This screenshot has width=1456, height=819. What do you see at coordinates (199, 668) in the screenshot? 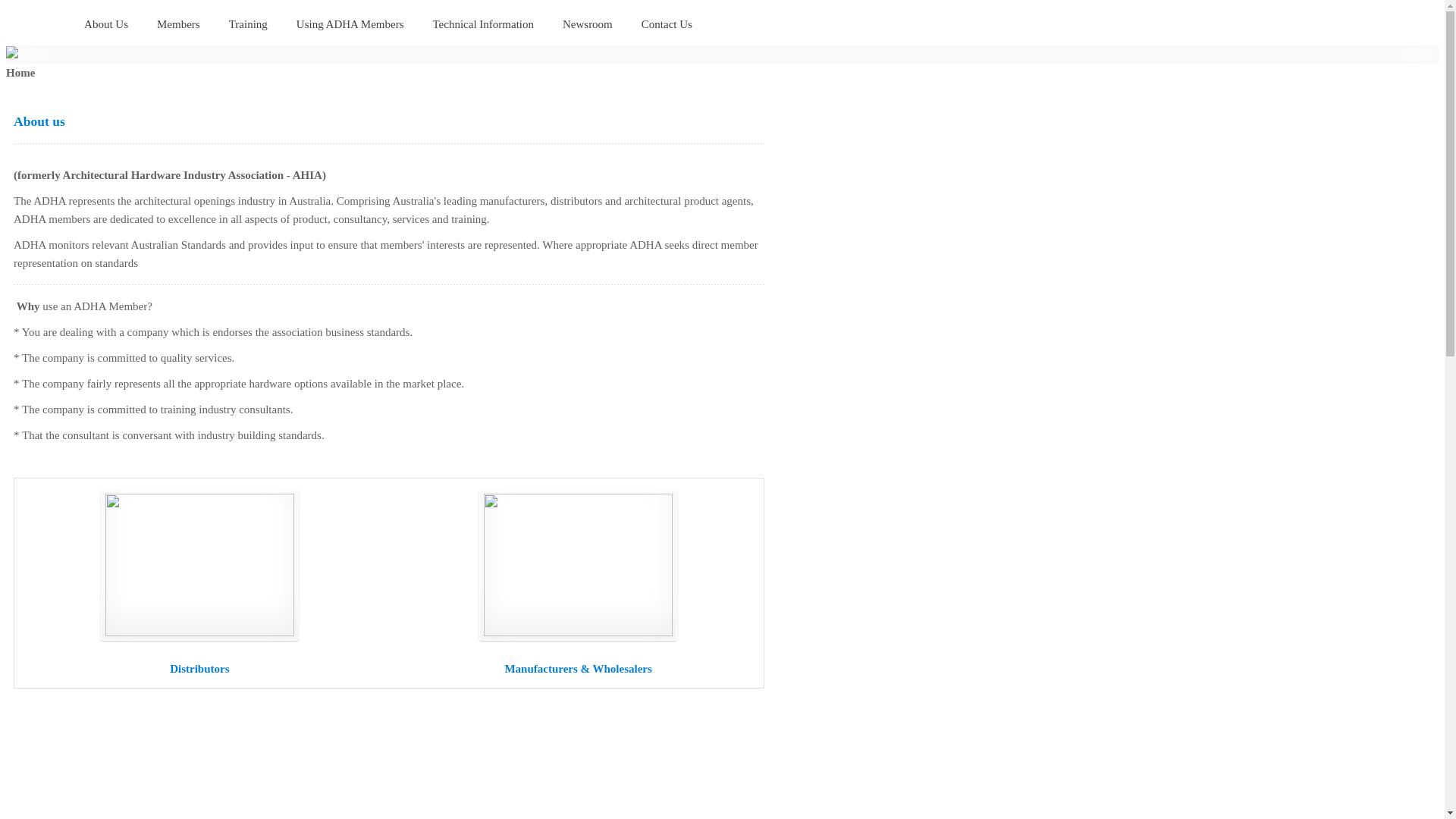
I see `'Distributors'` at bounding box center [199, 668].